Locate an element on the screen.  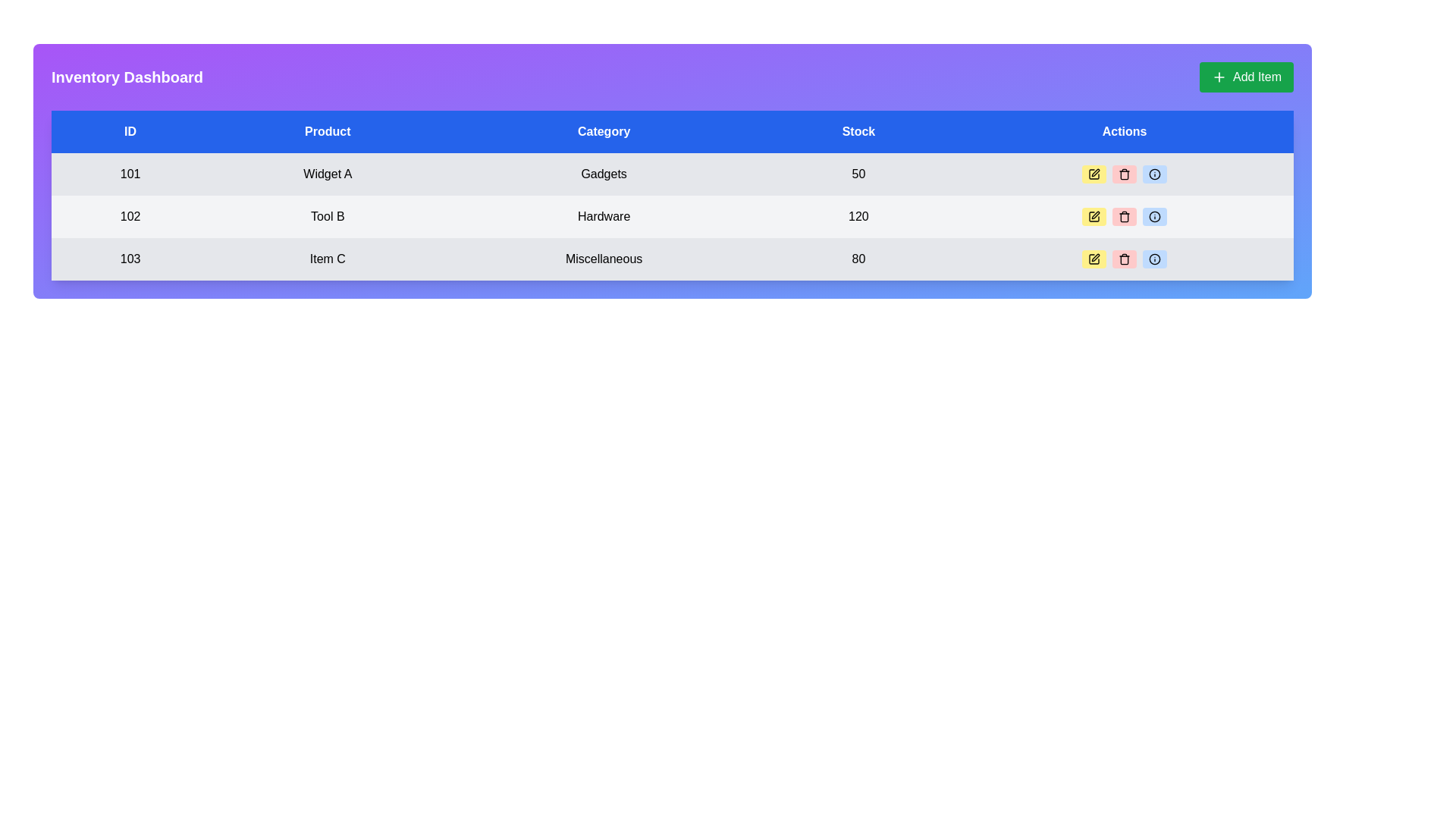
the static text display showing the stock quantity '120' for the product 'Tool B' in the third column labeled 'Stock' of the second row within the table is located at coordinates (858, 216).